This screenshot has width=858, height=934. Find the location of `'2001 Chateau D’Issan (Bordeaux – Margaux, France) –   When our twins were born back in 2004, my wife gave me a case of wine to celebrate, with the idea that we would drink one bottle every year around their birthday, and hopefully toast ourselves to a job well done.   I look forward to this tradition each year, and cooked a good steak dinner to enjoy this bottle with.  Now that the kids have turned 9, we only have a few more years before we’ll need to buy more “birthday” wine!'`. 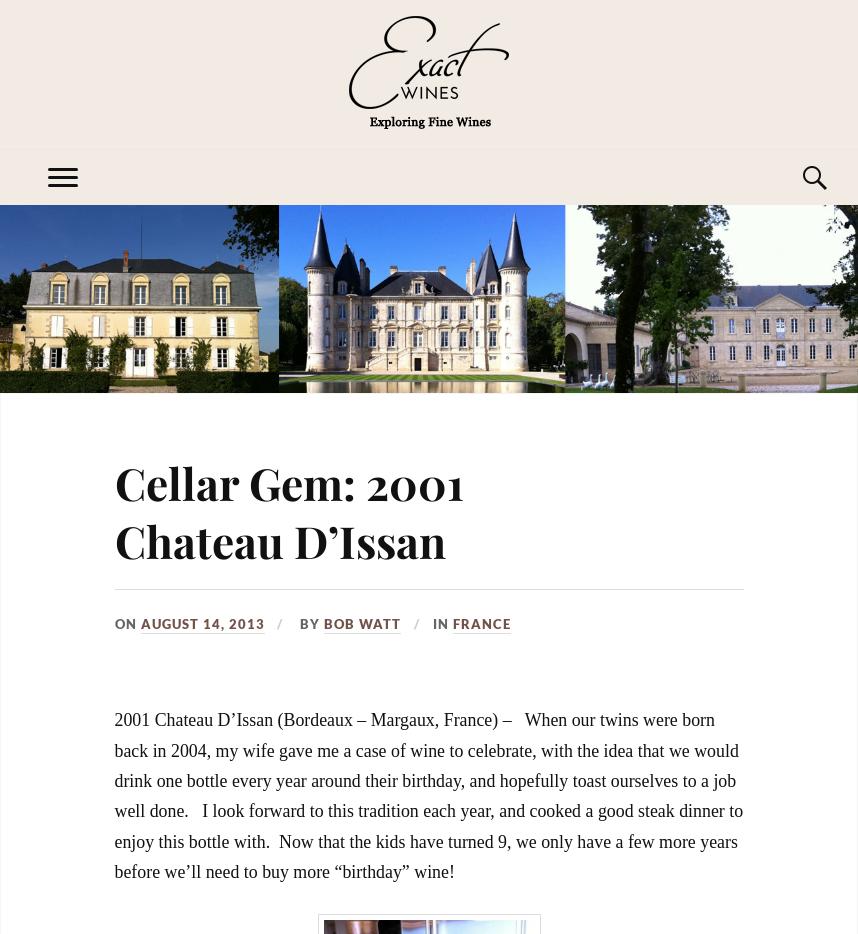

'2001 Chateau D’Issan (Bordeaux – Margaux, France) –   When our twins were born back in 2004, my wife gave me a case of wine to celebrate, with the idea that we would drink one bottle every year around their birthday, and hopefully toast ourselves to a job well done.   I look forward to this tradition each year, and cooked a good steak dinner to enjoy this bottle with.  Now that the kids have turned 9, we only have a few more years before we’ll need to buy more “birthday” wine!' is located at coordinates (427, 795).